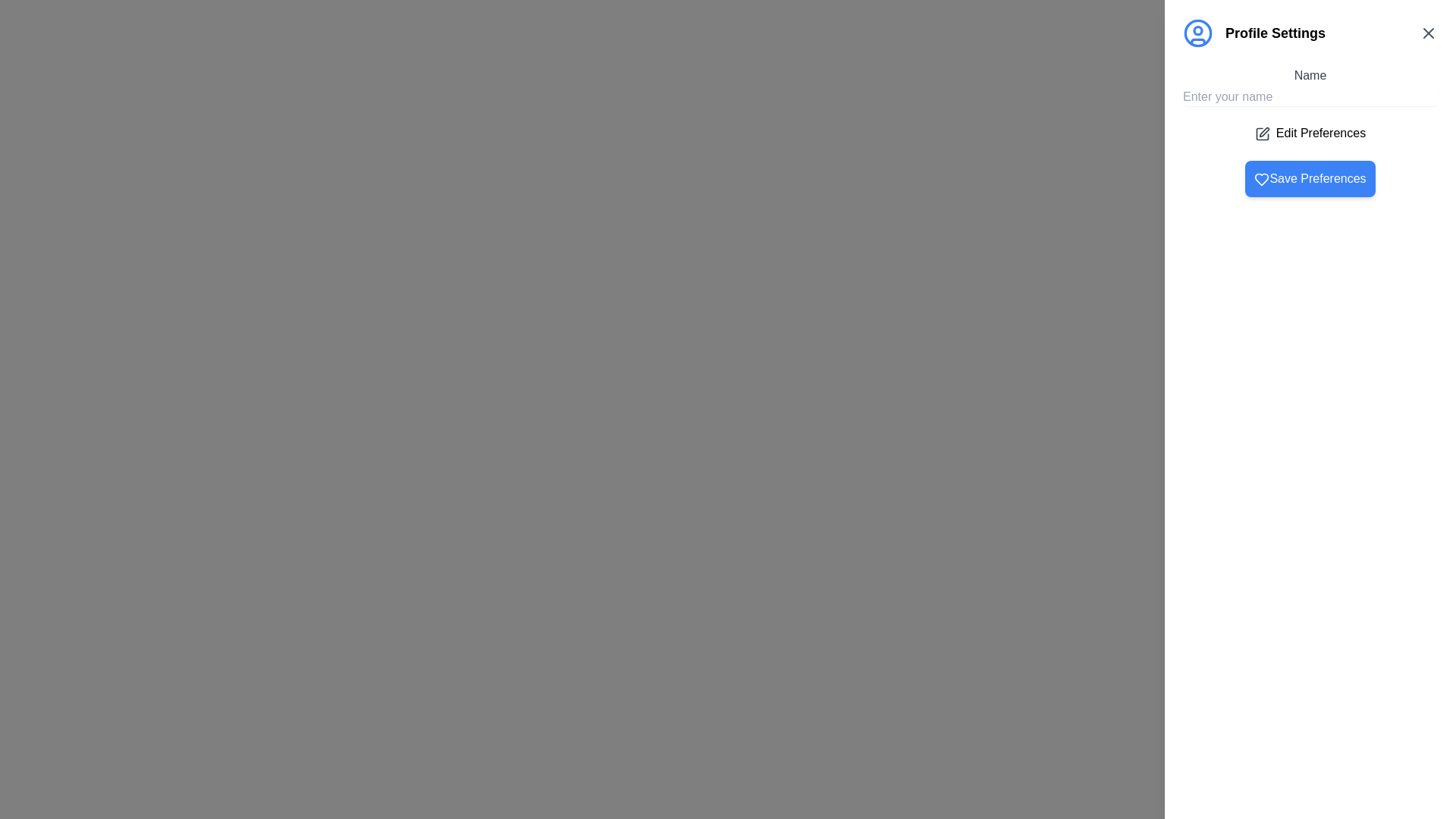 This screenshot has width=1456, height=819. What do you see at coordinates (1310, 177) in the screenshot?
I see `the 'Save Preferences' button with a blue background and white text` at bounding box center [1310, 177].